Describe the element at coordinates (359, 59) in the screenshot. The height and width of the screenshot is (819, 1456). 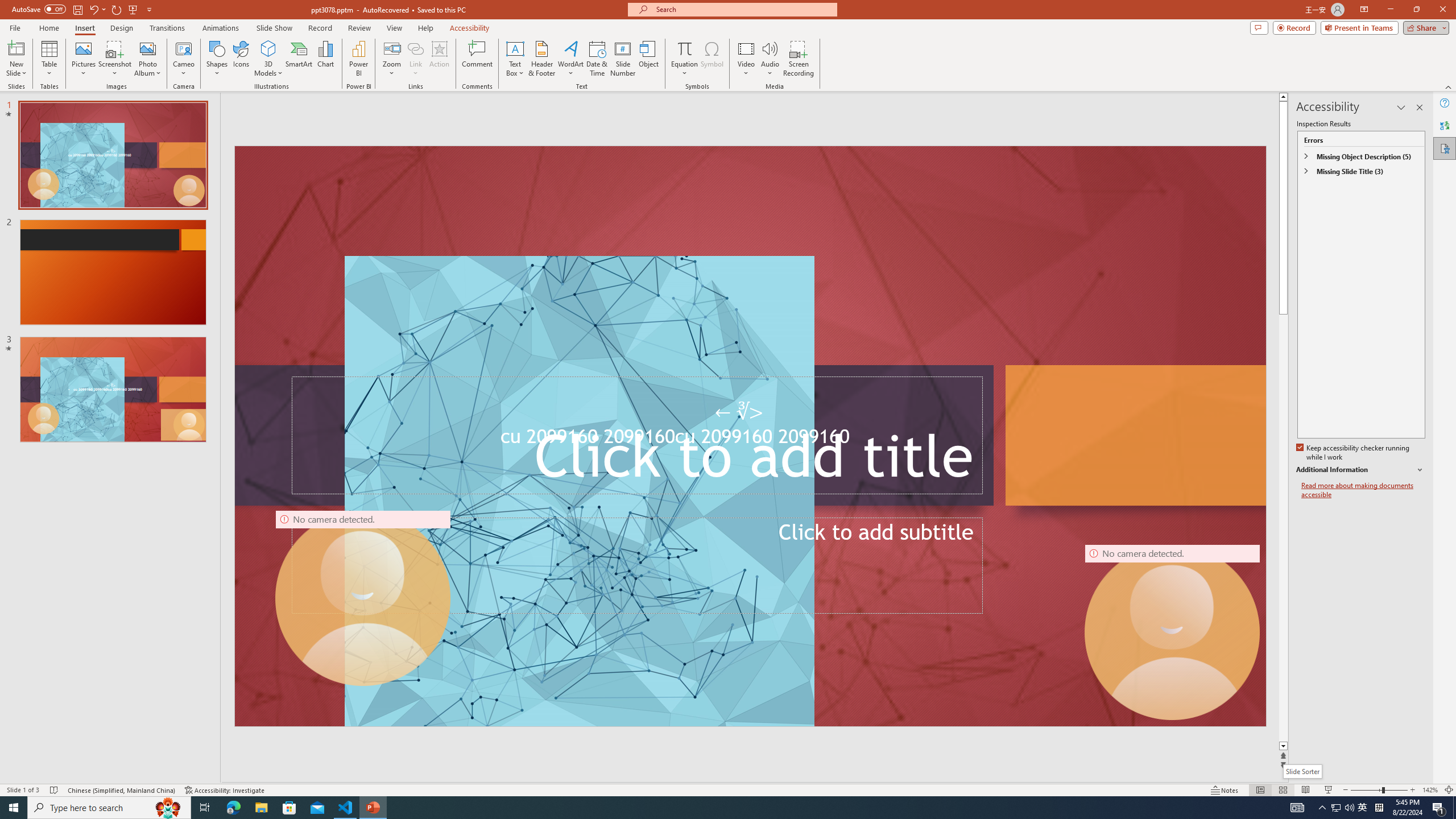
I see `'Power BI'` at that location.